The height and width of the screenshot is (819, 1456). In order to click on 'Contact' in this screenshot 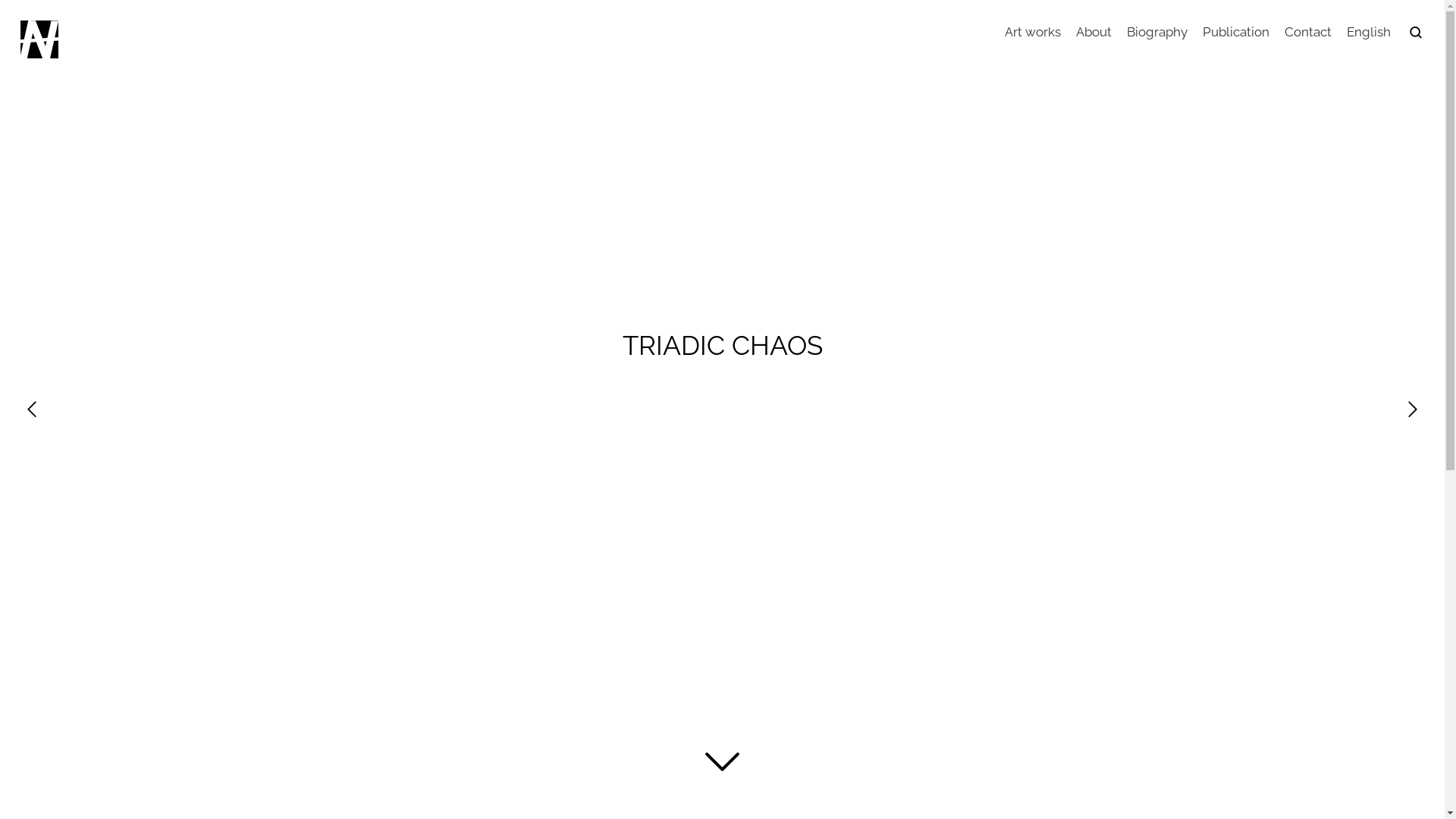, I will do `click(1307, 32)`.